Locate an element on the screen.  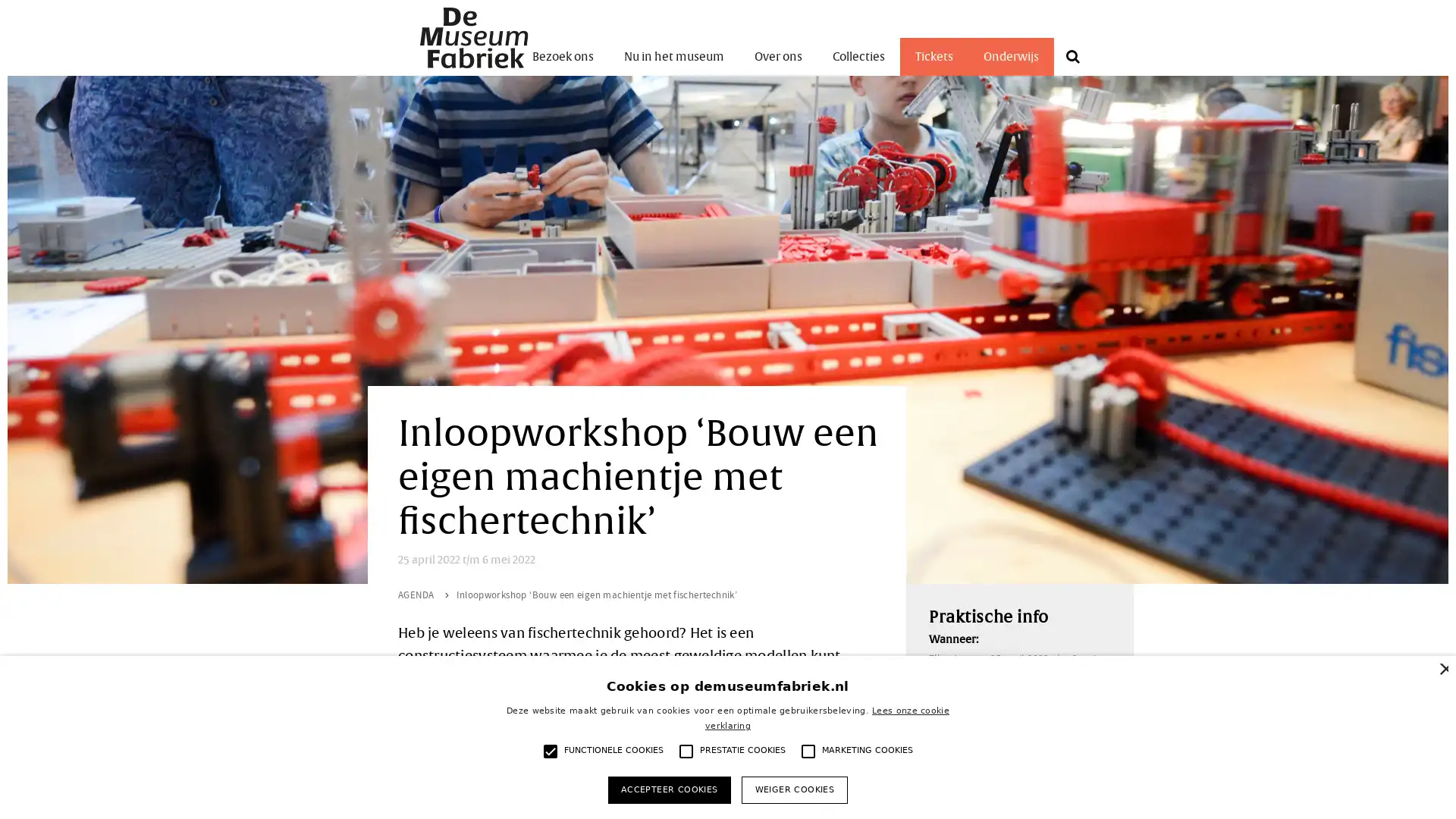
ACCEPTEER COOKIES is located at coordinates (668, 789).